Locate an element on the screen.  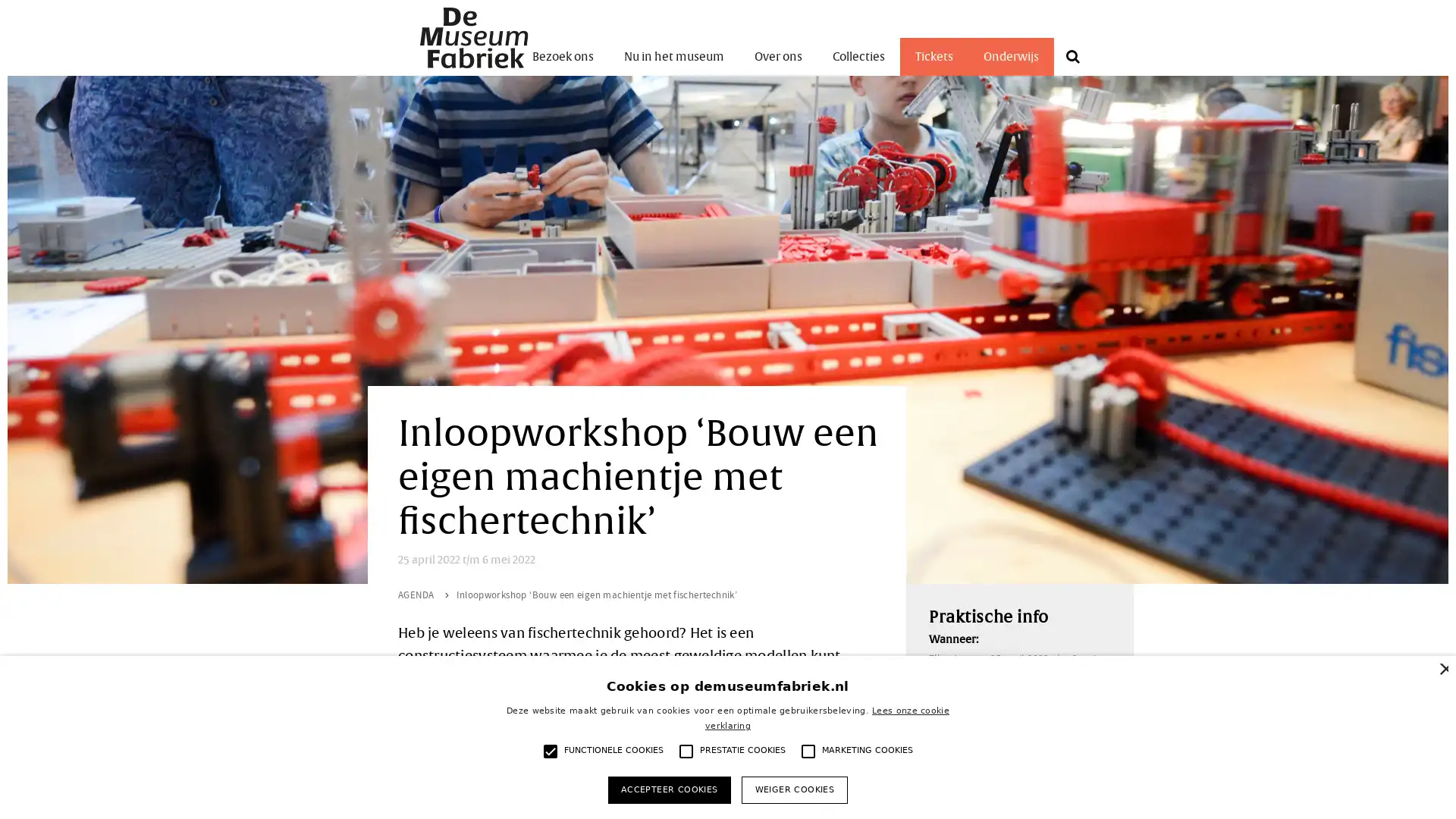
ACCEPTEER COOKIES is located at coordinates (668, 789).